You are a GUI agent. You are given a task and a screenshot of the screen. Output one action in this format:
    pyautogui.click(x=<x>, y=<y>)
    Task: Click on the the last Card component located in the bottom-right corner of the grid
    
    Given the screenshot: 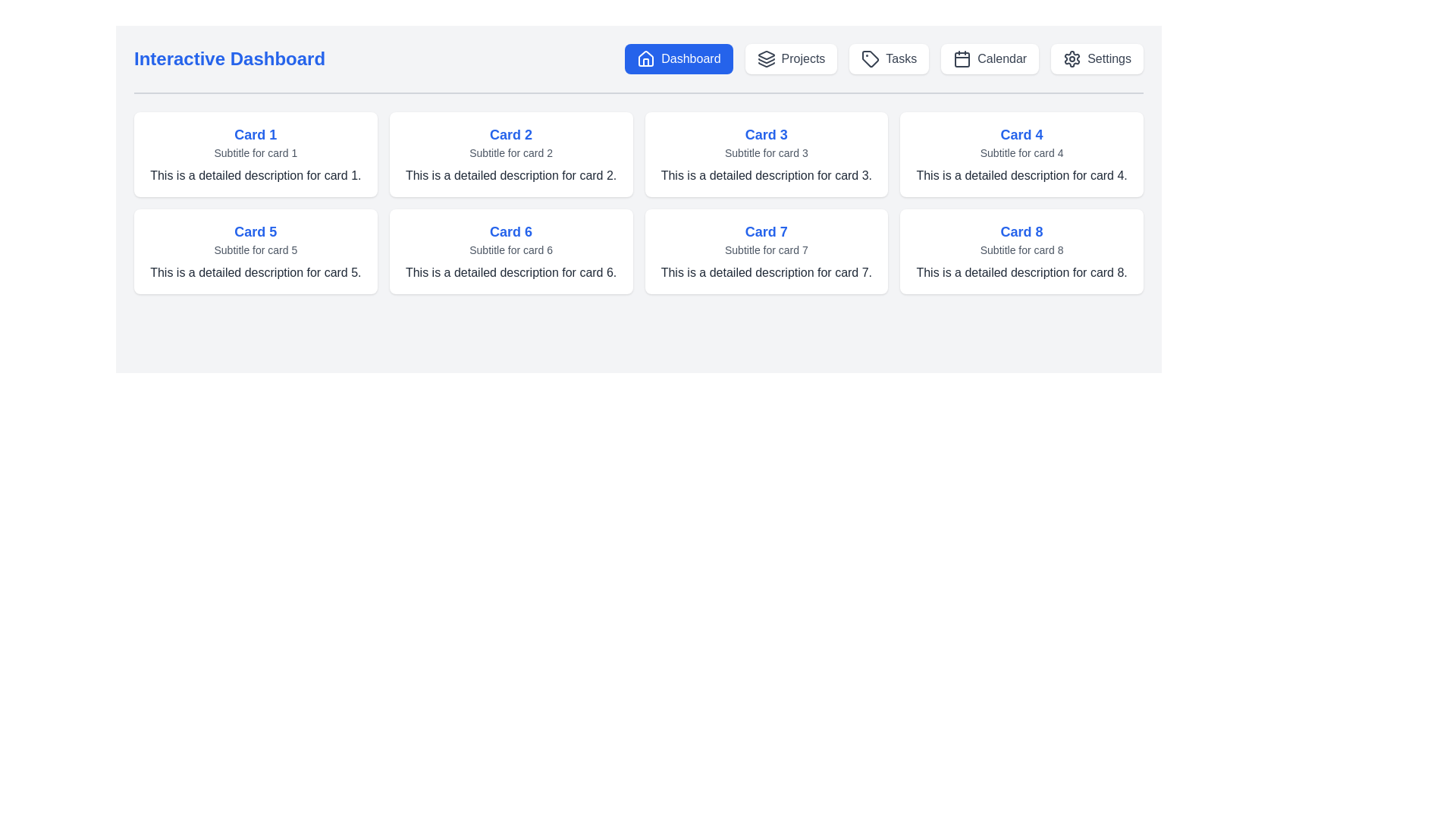 What is the action you would take?
    pyautogui.click(x=1021, y=250)
    